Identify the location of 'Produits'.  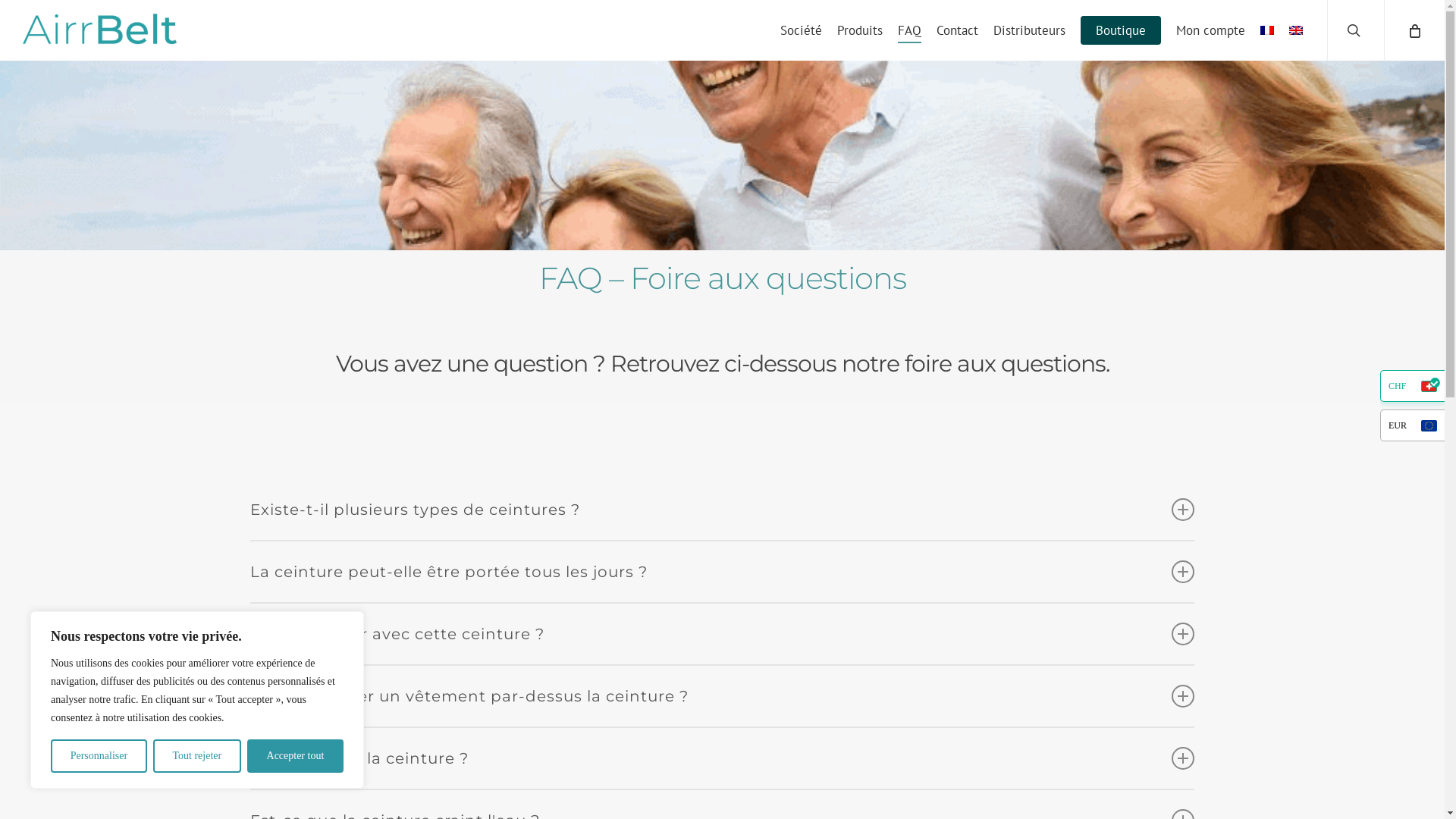
(859, 30).